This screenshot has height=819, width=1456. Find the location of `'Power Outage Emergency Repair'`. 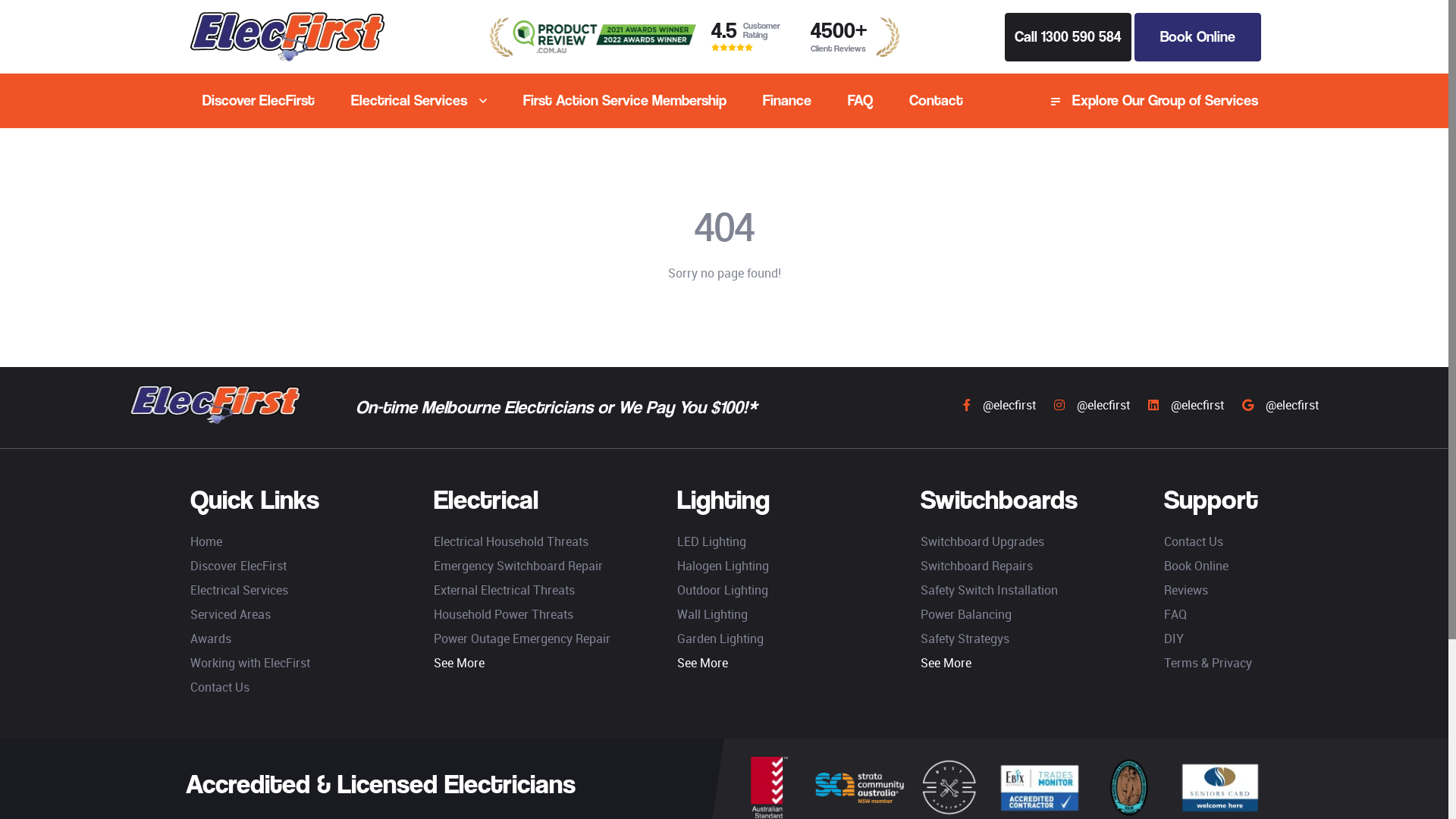

'Power Outage Emergency Repair' is located at coordinates (522, 638).